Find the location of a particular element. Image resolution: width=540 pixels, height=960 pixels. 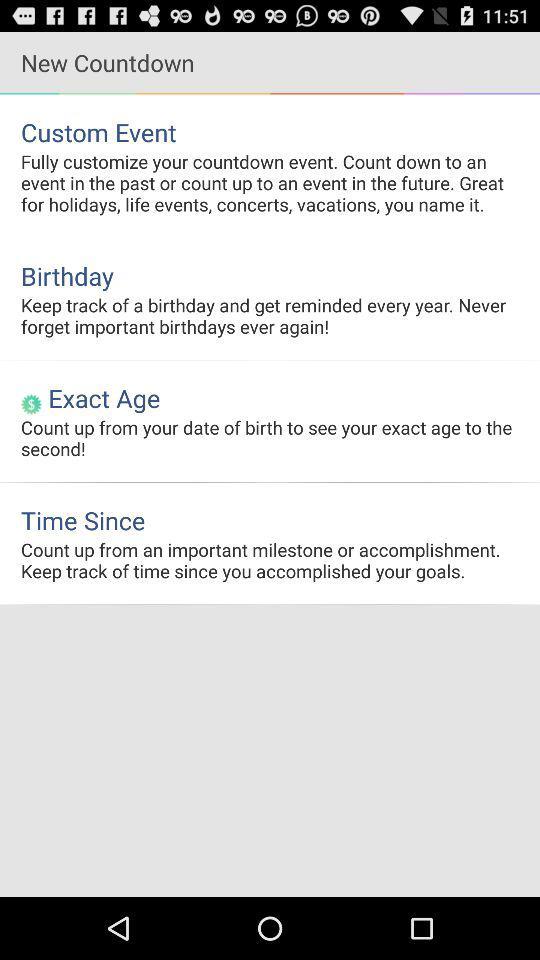

fully customize your item is located at coordinates (270, 182).